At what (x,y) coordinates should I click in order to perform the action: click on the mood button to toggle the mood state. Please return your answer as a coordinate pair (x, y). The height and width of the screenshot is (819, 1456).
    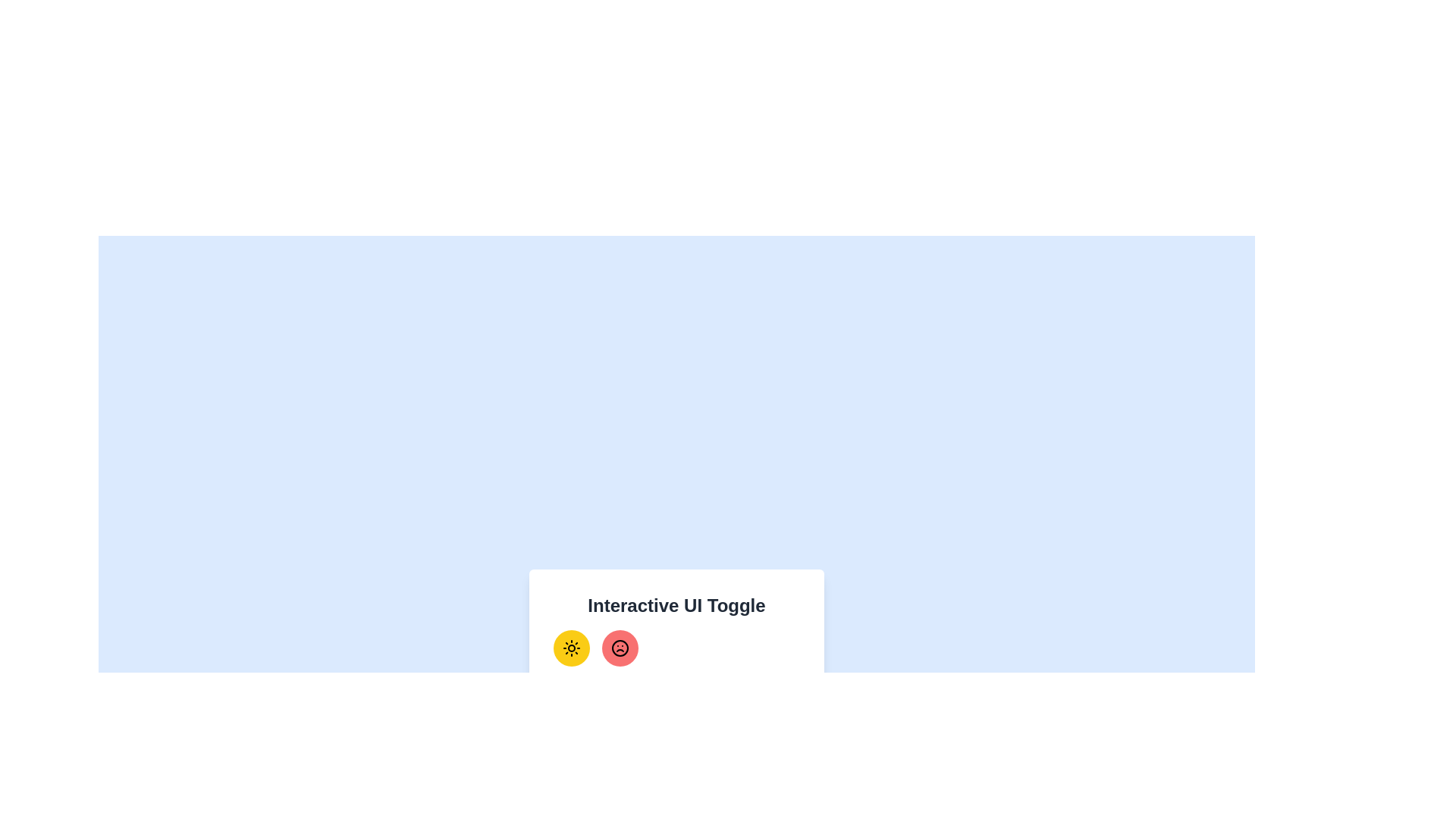
    Looking at the image, I should click on (620, 648).